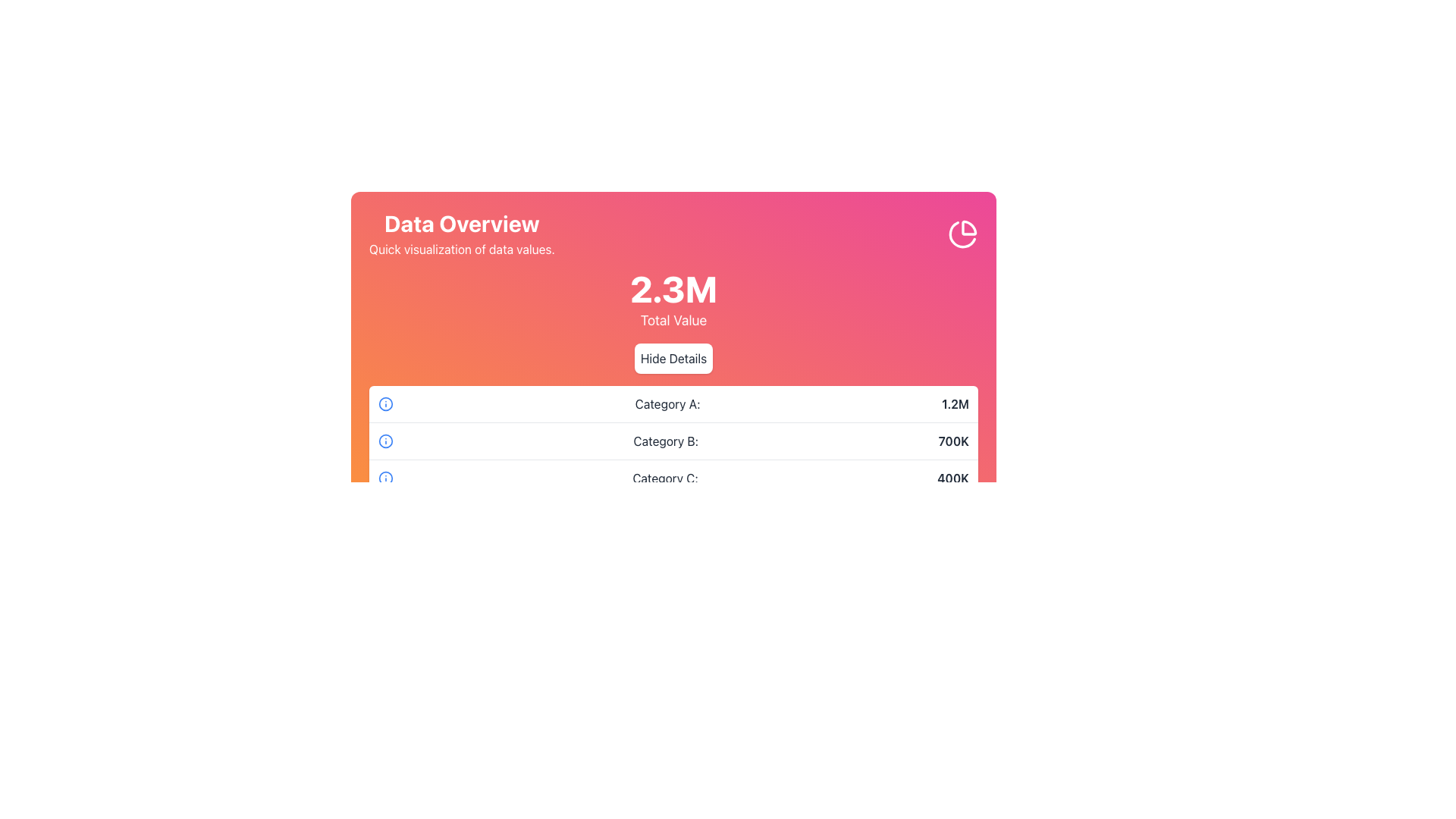 The height and width of the screenshot is (819, 1456). What do you see at coordinates (952, 479) in the screenshot?
I see `the static text displaying the numerical value '400K', which is located to the far right of the row labeled 'Category C:' in a data summary layout` at bounding box center [952, 479].